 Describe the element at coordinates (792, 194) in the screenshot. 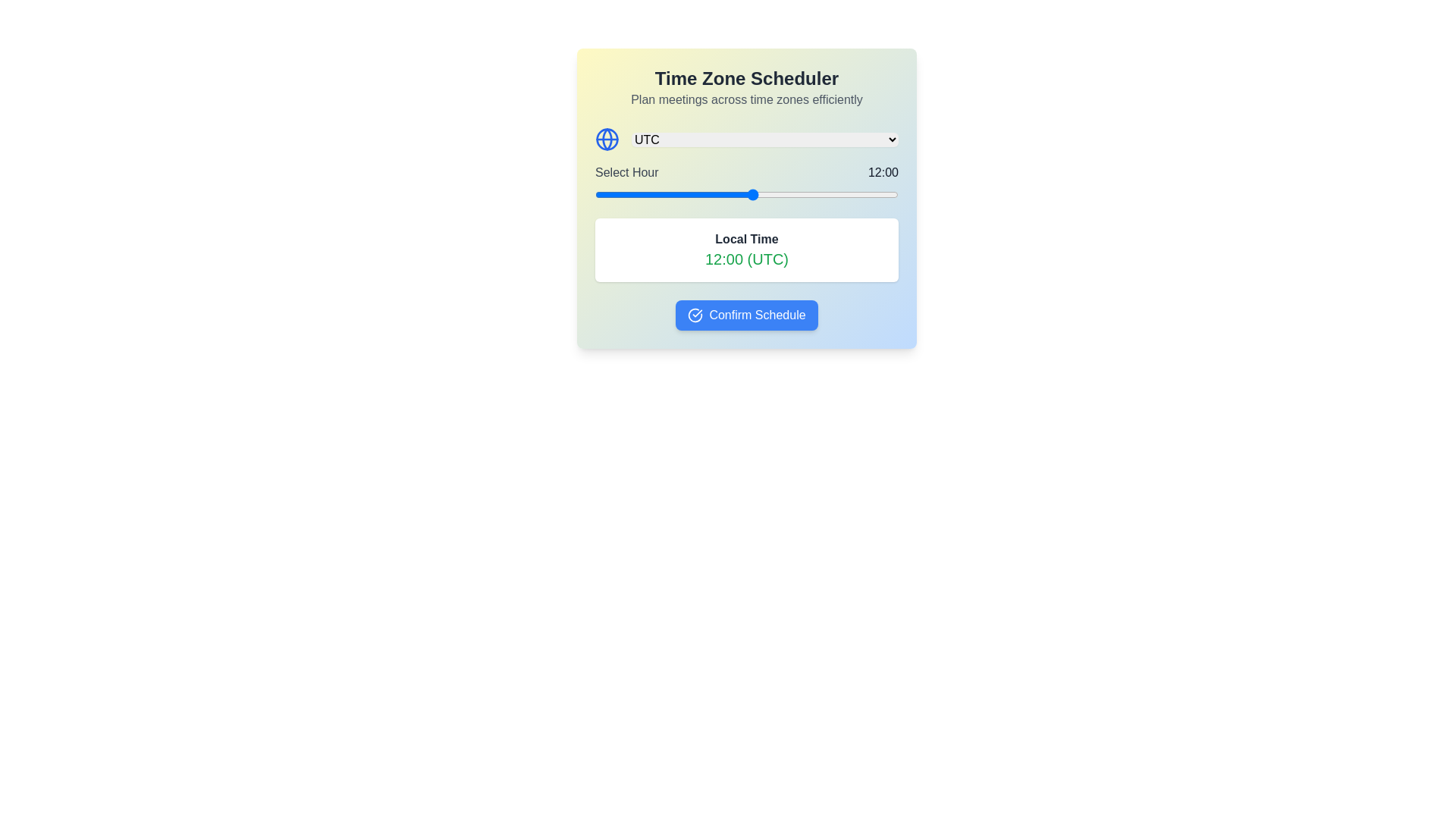

I see `the hour` at that location.